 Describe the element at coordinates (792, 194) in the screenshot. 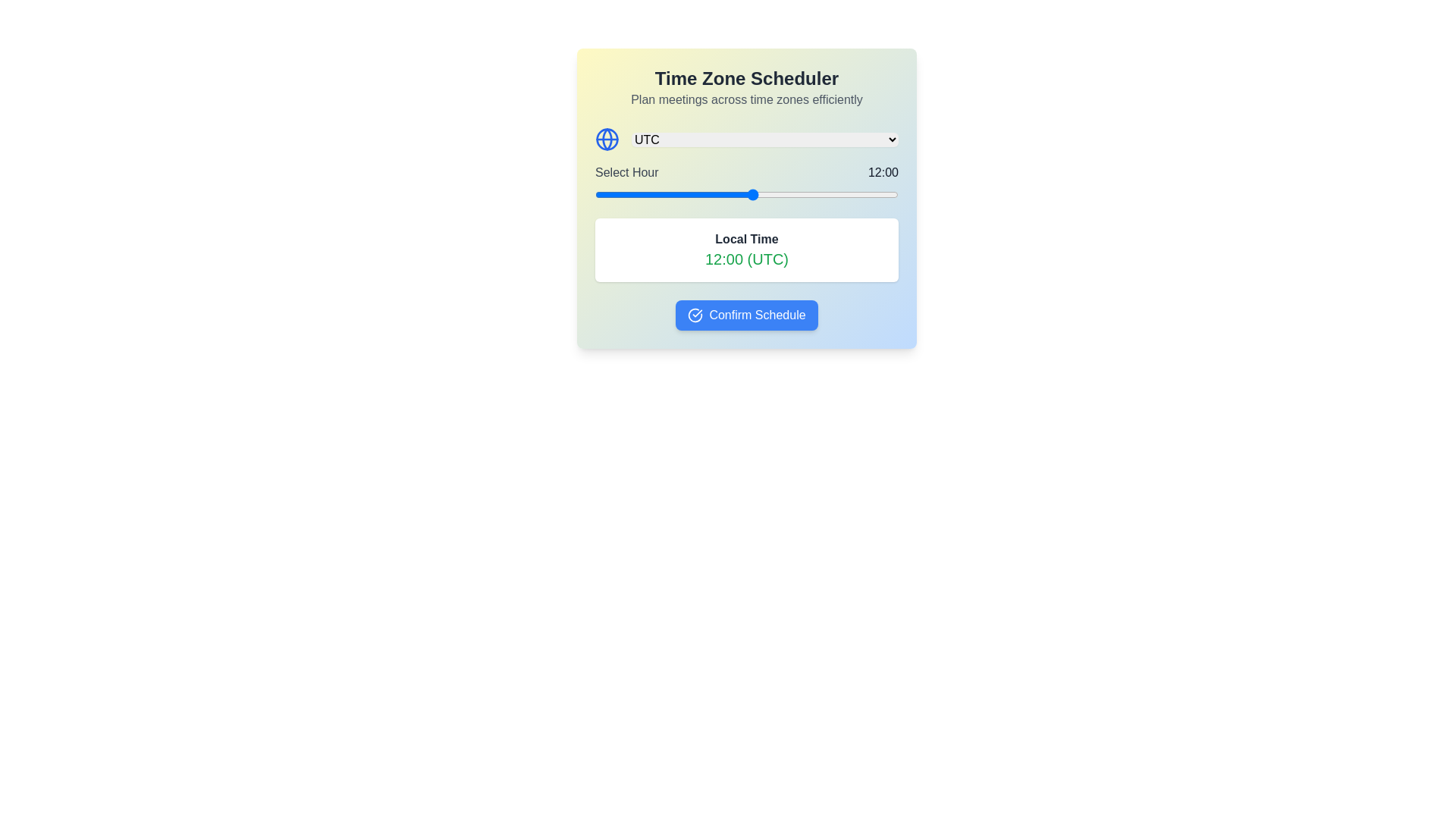

I see `the hour` at that location.